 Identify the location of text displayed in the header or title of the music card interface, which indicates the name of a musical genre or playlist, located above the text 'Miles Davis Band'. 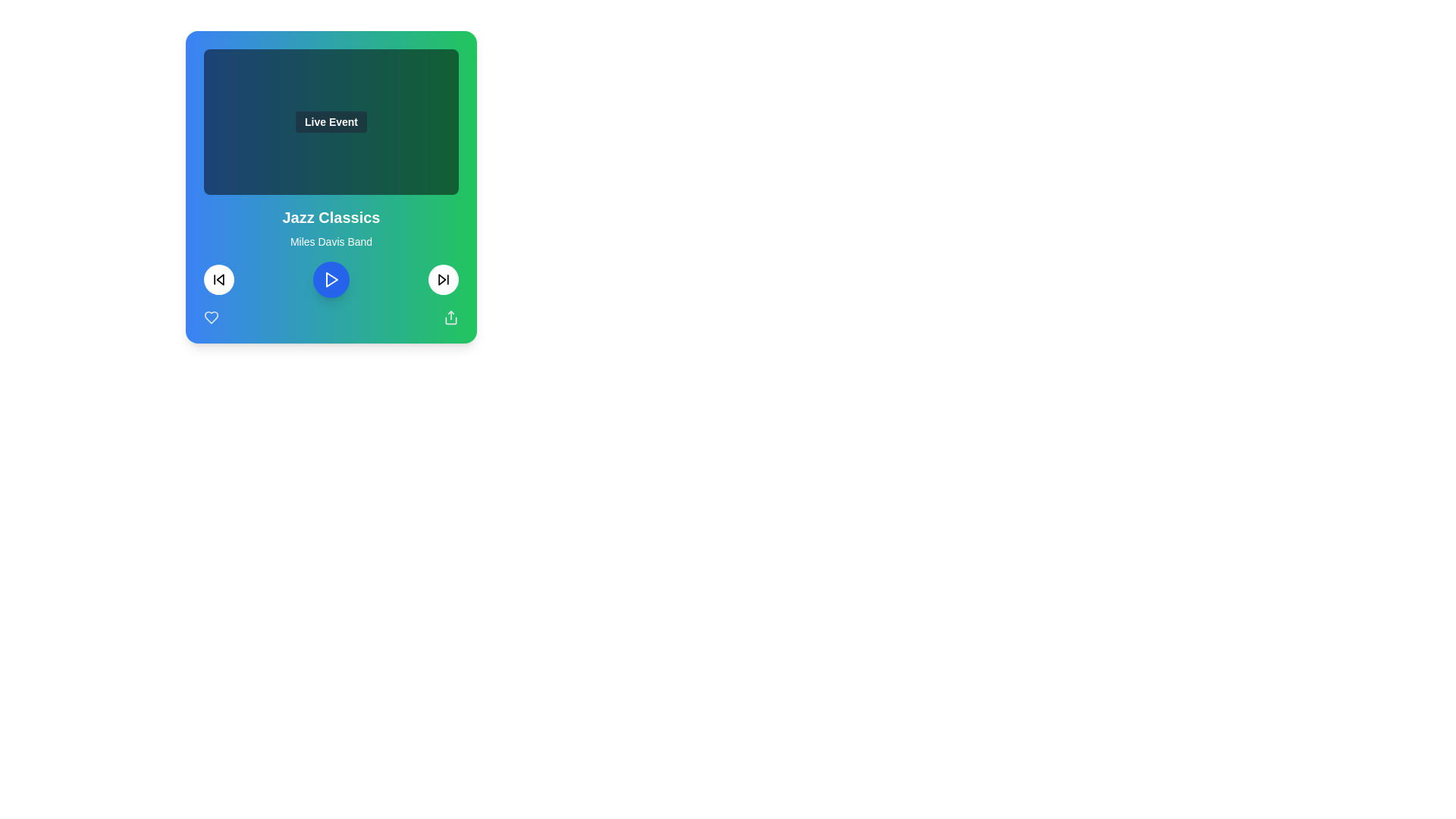
(330, 217).